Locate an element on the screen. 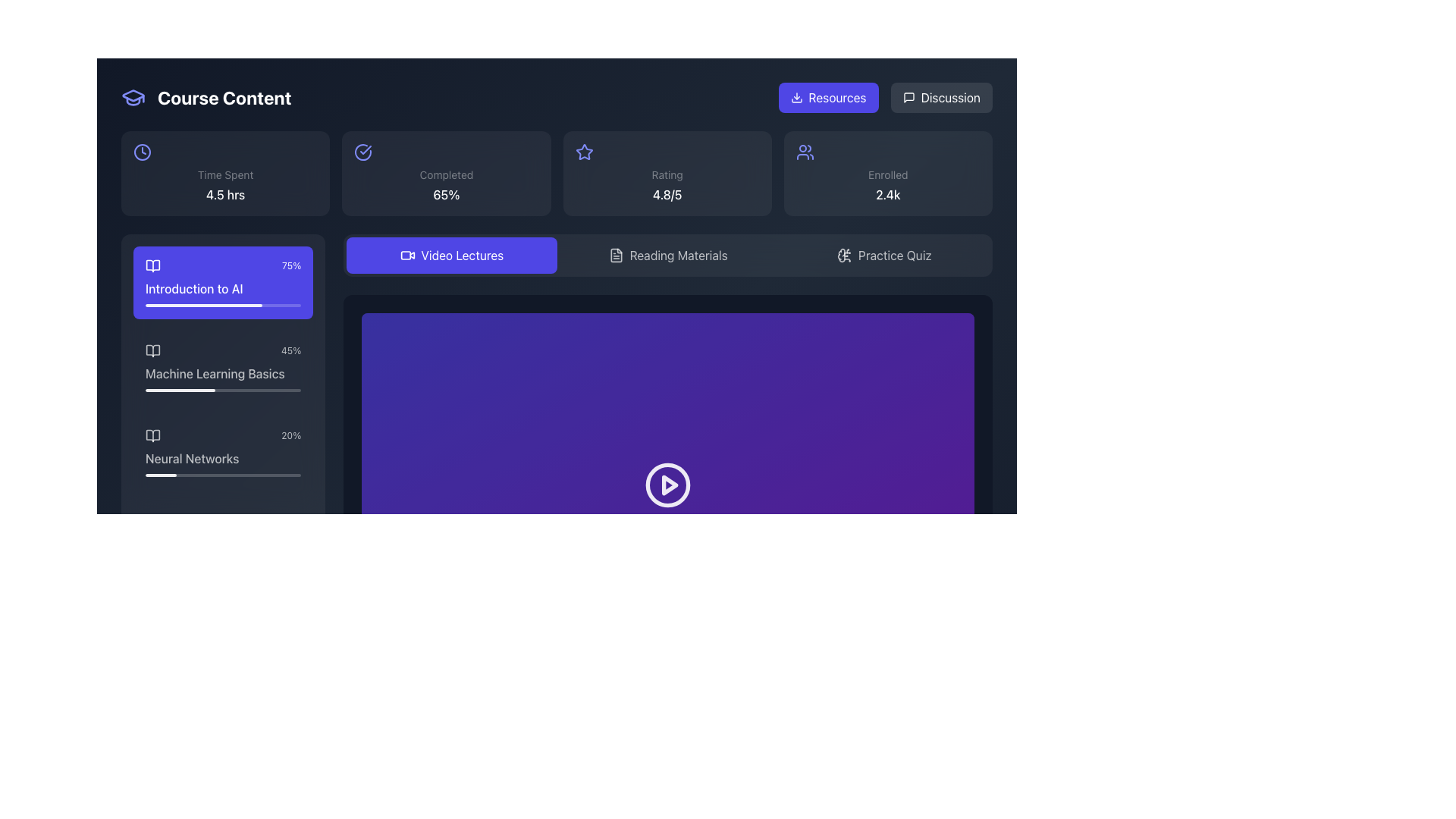 Image resolution: width=1456 pixels, height=819 pixels. the open book icon located in the 'Introduction to AI' section, which is positioned to the left of the title 'Introduction to AI' is located at coordinates (152, 265).